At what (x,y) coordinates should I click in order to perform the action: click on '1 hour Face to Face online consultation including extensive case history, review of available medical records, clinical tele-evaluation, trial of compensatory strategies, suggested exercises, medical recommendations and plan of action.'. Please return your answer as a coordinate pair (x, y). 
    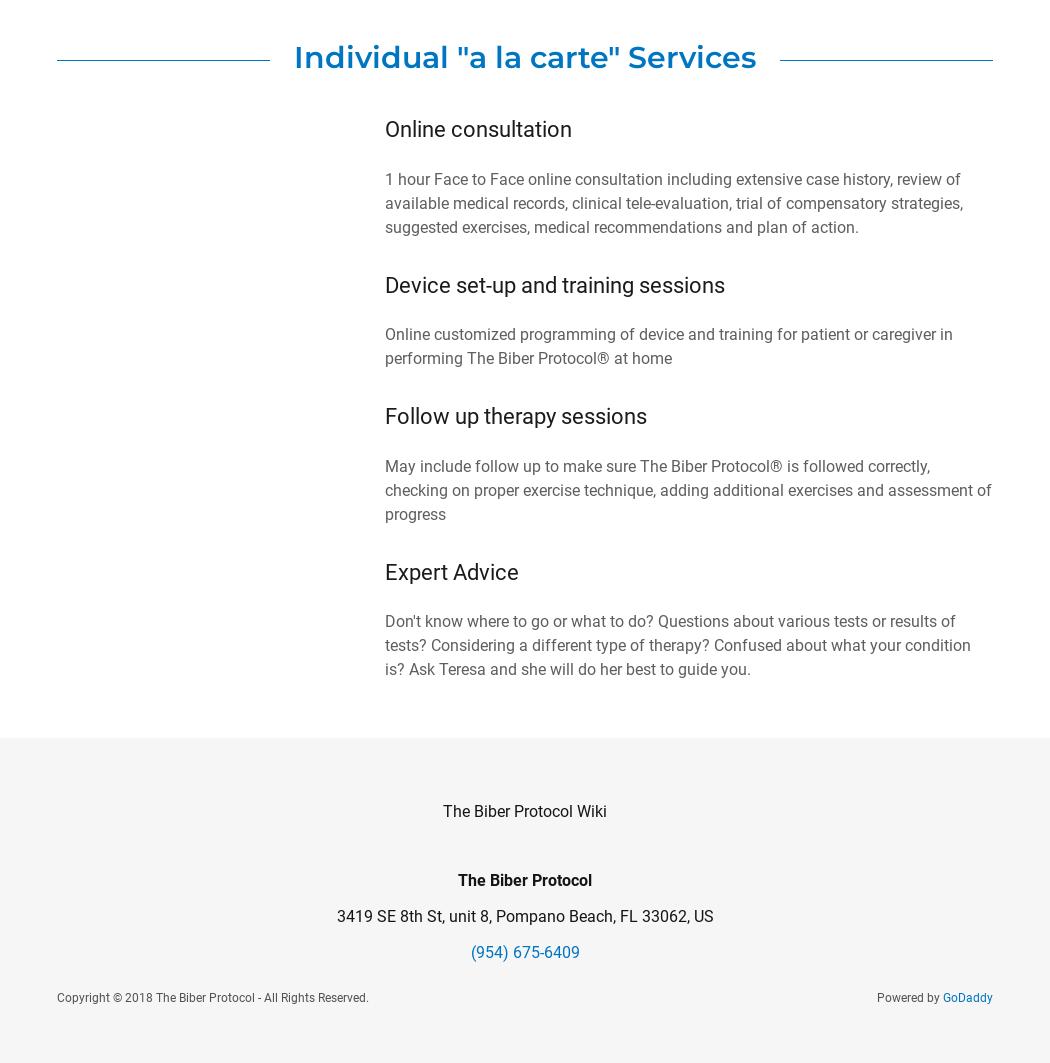
    Looking at the image, I should click on (385, 202).